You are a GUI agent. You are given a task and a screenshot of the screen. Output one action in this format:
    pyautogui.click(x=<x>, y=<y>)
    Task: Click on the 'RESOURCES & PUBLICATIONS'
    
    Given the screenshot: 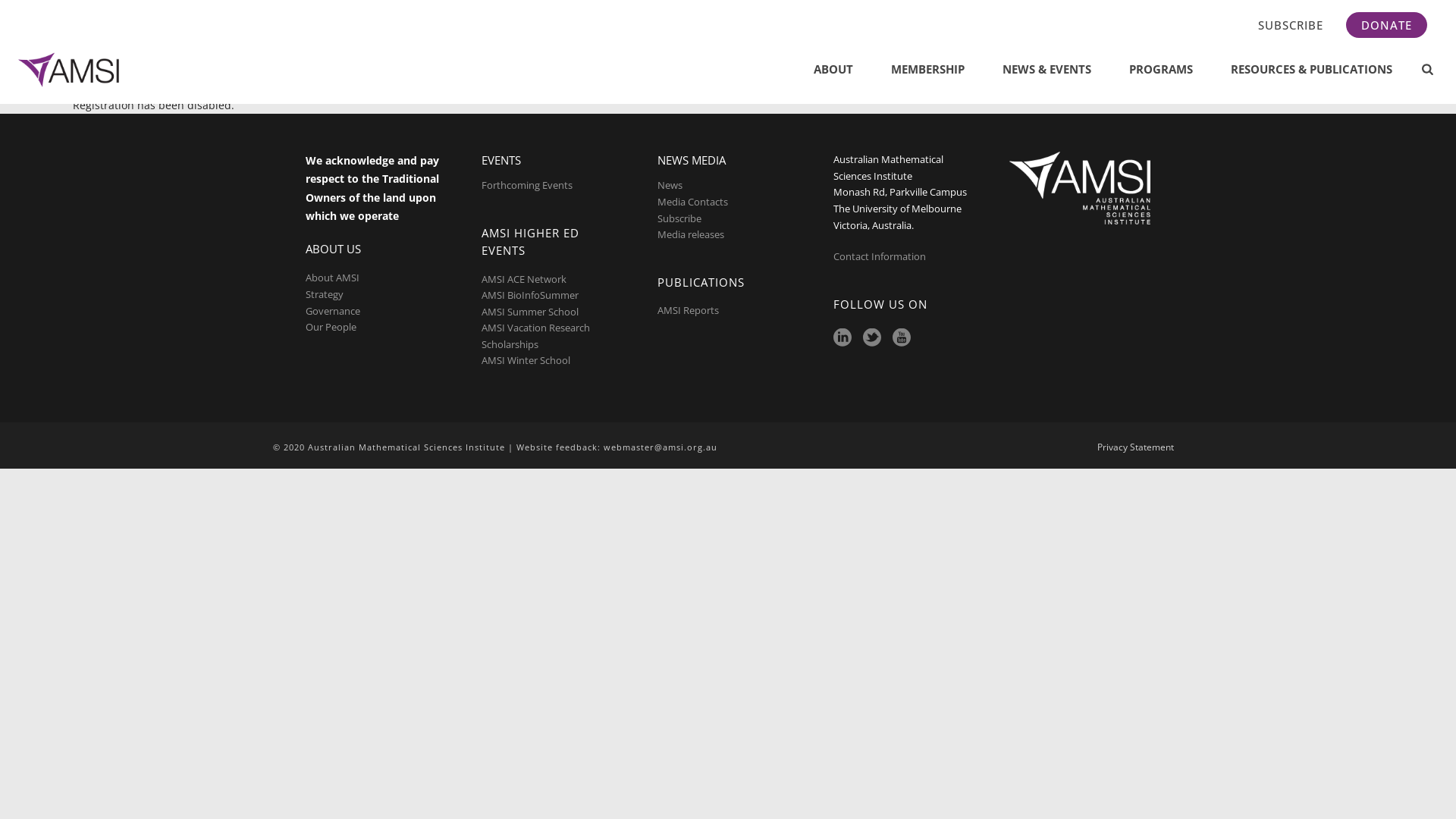 What is the action you would take?
    pyautogui.click(x=1310, y=70)
    